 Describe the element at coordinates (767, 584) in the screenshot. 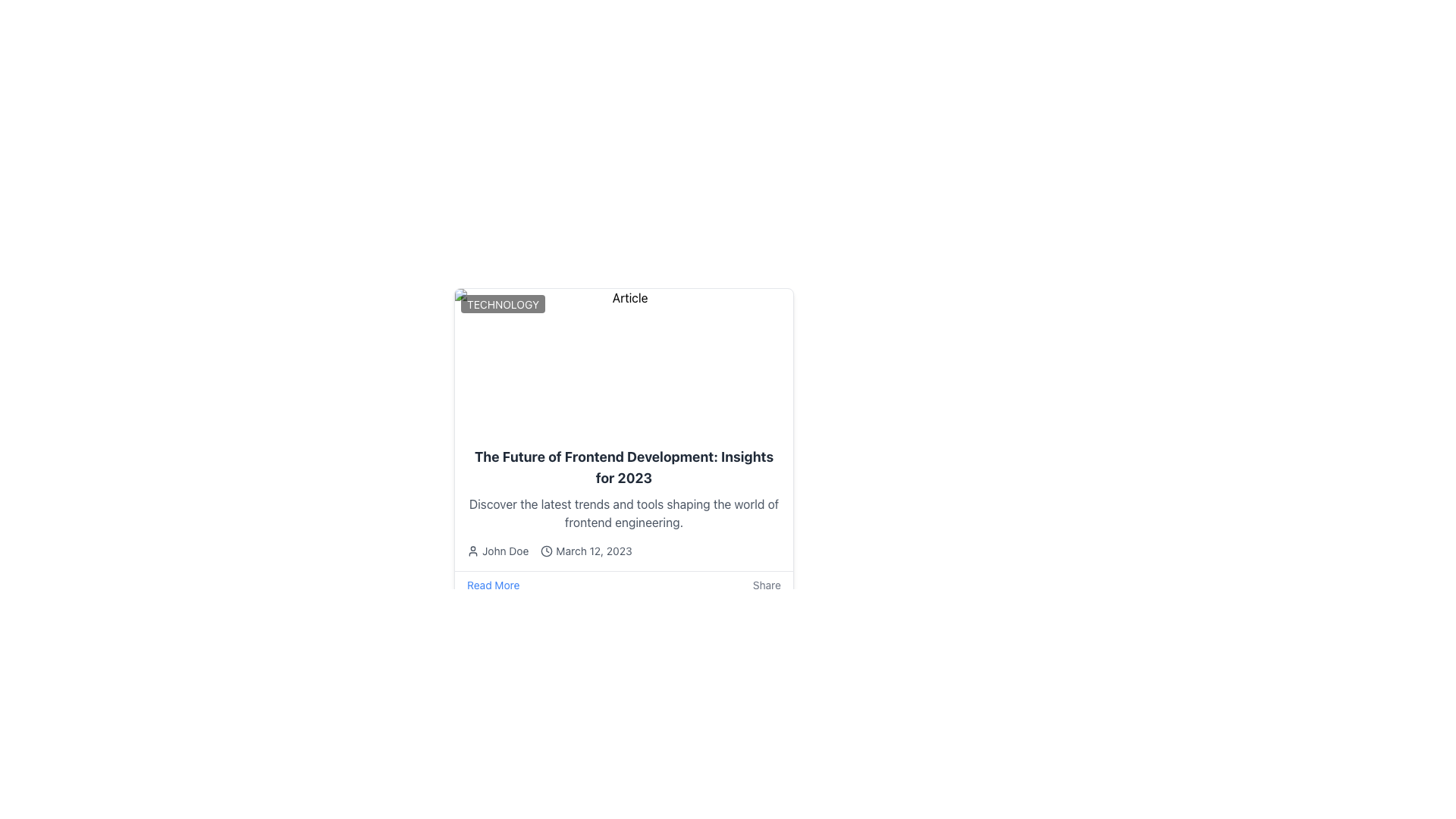

I see `the 'Share' button located in the bottom-right corner of the card layout` at that location.